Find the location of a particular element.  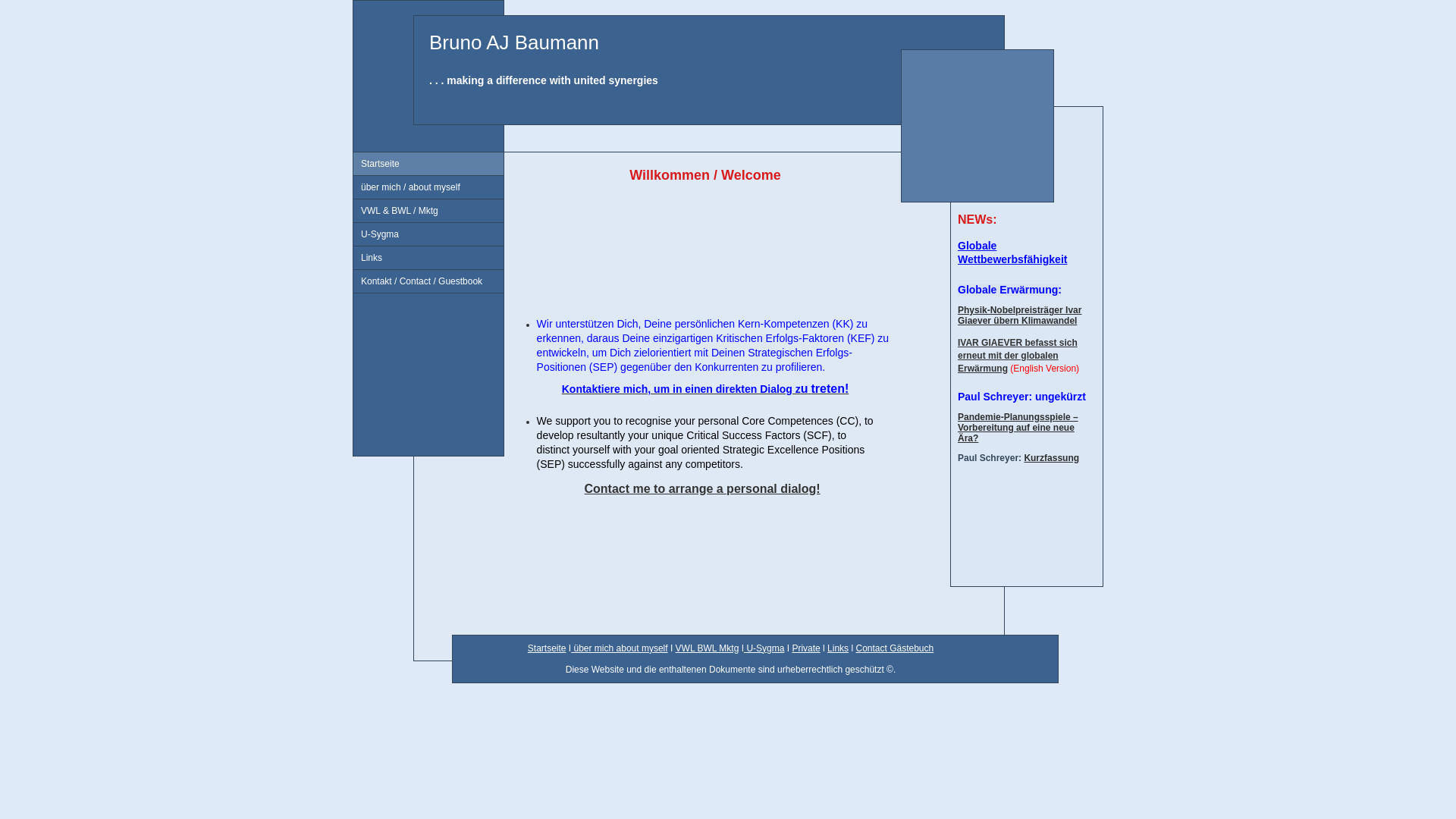

'VWL BWL Mktg' is located at coordinates (706, 648).